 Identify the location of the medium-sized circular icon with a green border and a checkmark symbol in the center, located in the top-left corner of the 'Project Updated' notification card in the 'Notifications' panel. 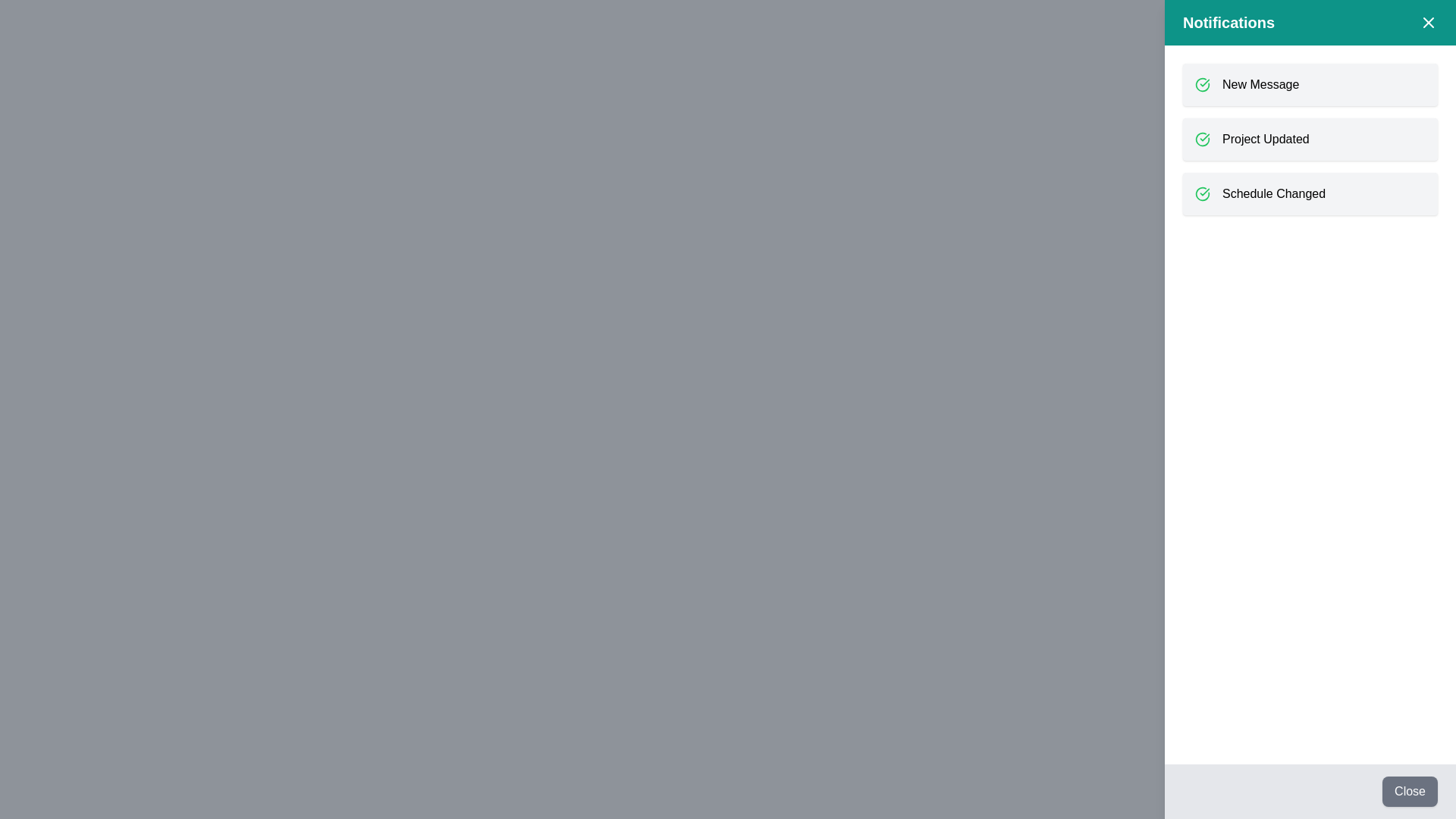
(1201, 140).